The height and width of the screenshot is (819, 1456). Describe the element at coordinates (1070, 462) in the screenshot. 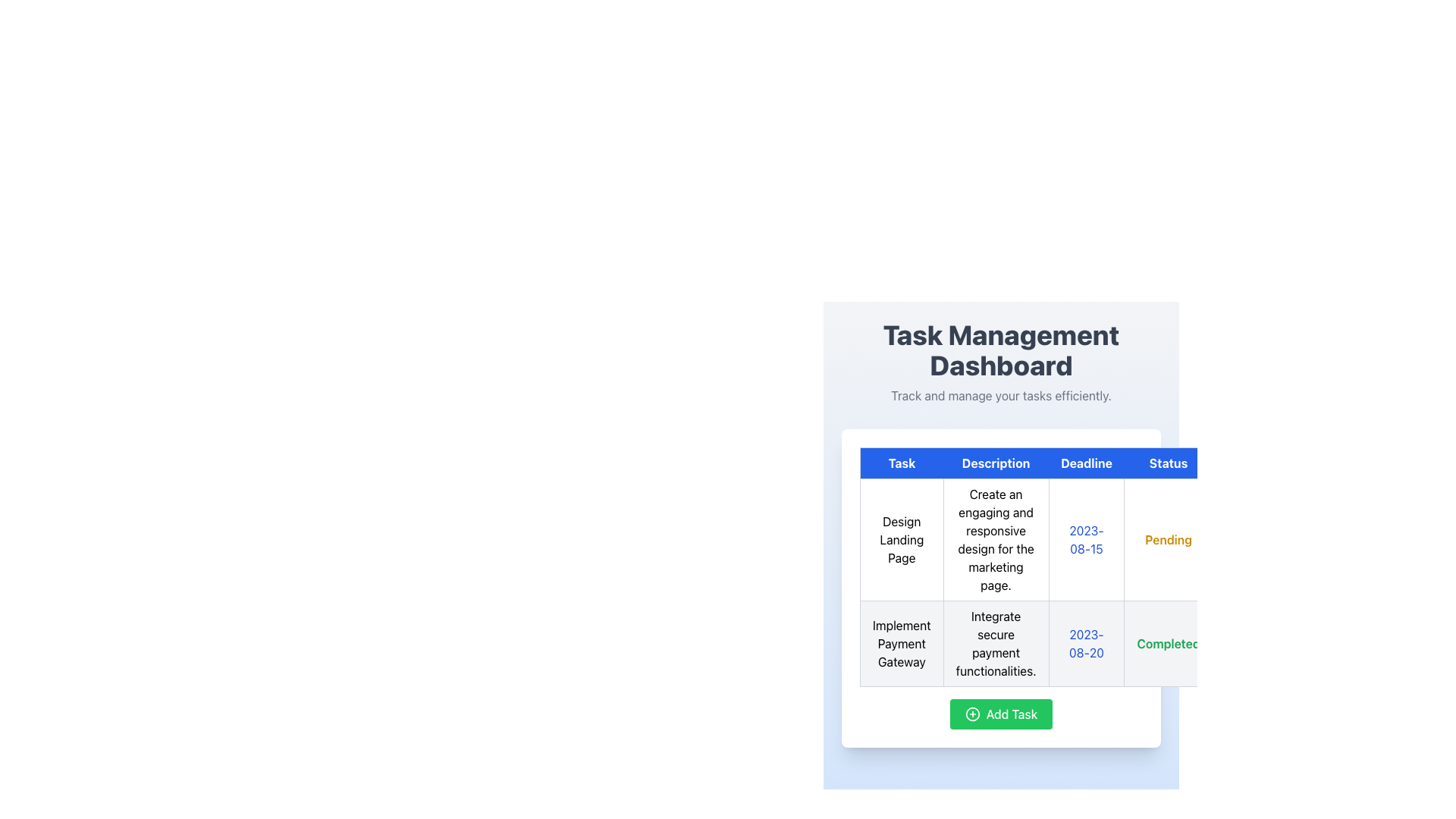

I see `the Table Header Row of the task management dashboard` at that location.